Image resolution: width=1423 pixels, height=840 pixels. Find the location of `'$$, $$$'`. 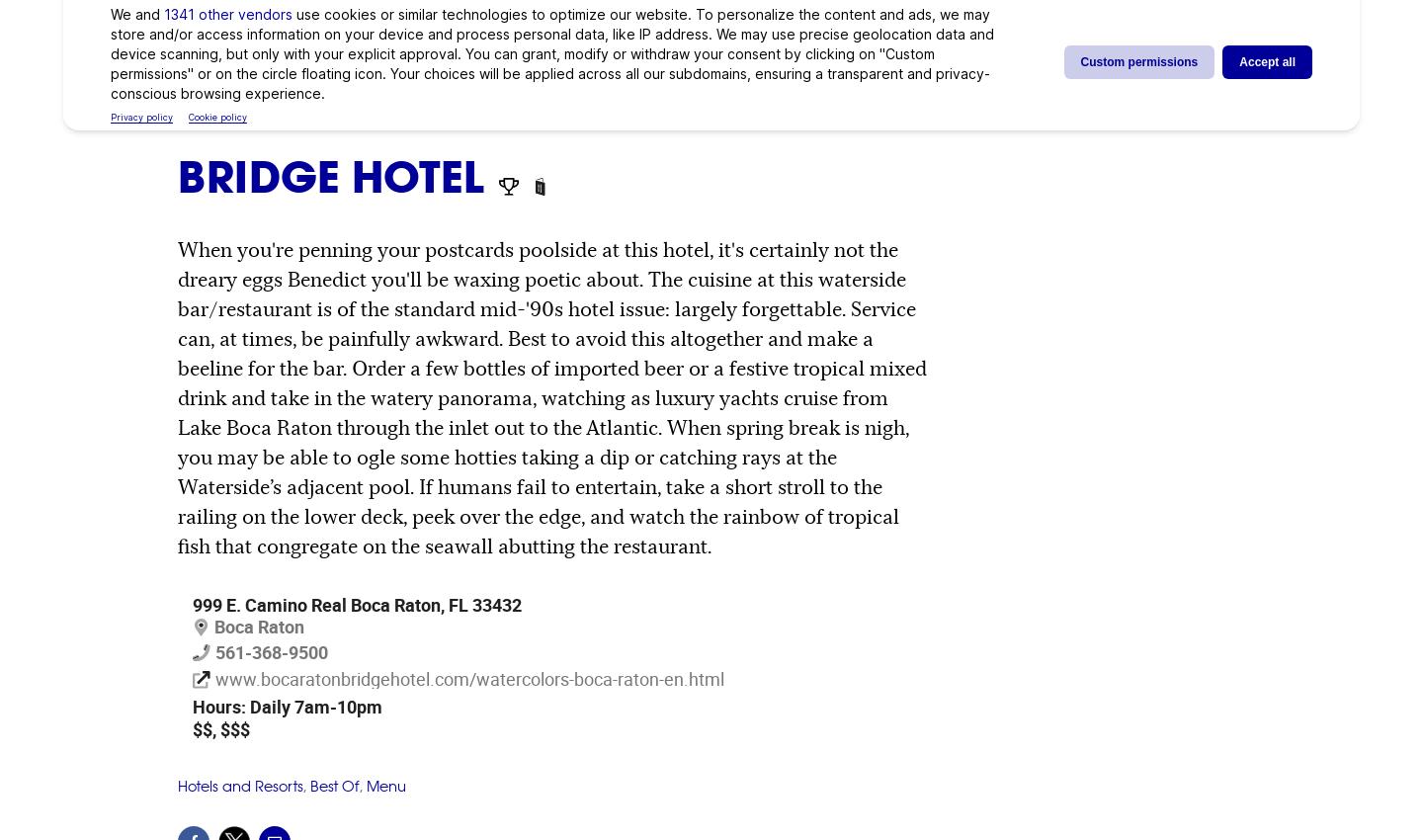

'$$, $$$' is located at coordinates (221, 728).